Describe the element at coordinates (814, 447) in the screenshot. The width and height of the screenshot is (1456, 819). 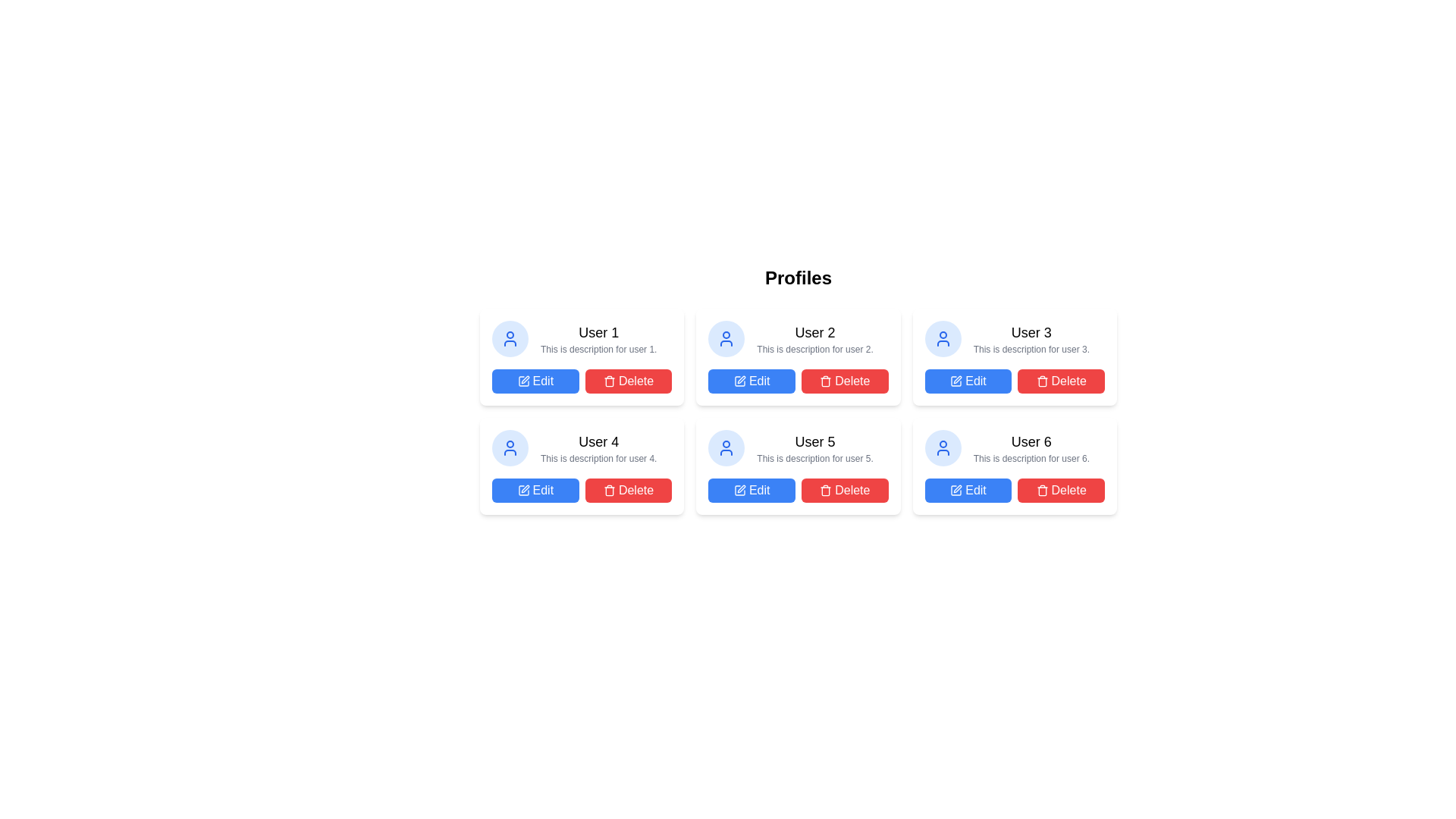
I see `the text label component with hierarchical styling that serves as a descriptive label for the user profile, located in the second card of the second row in the grid layout, adjacent to 'User 4' and 'User 6'` at that location.